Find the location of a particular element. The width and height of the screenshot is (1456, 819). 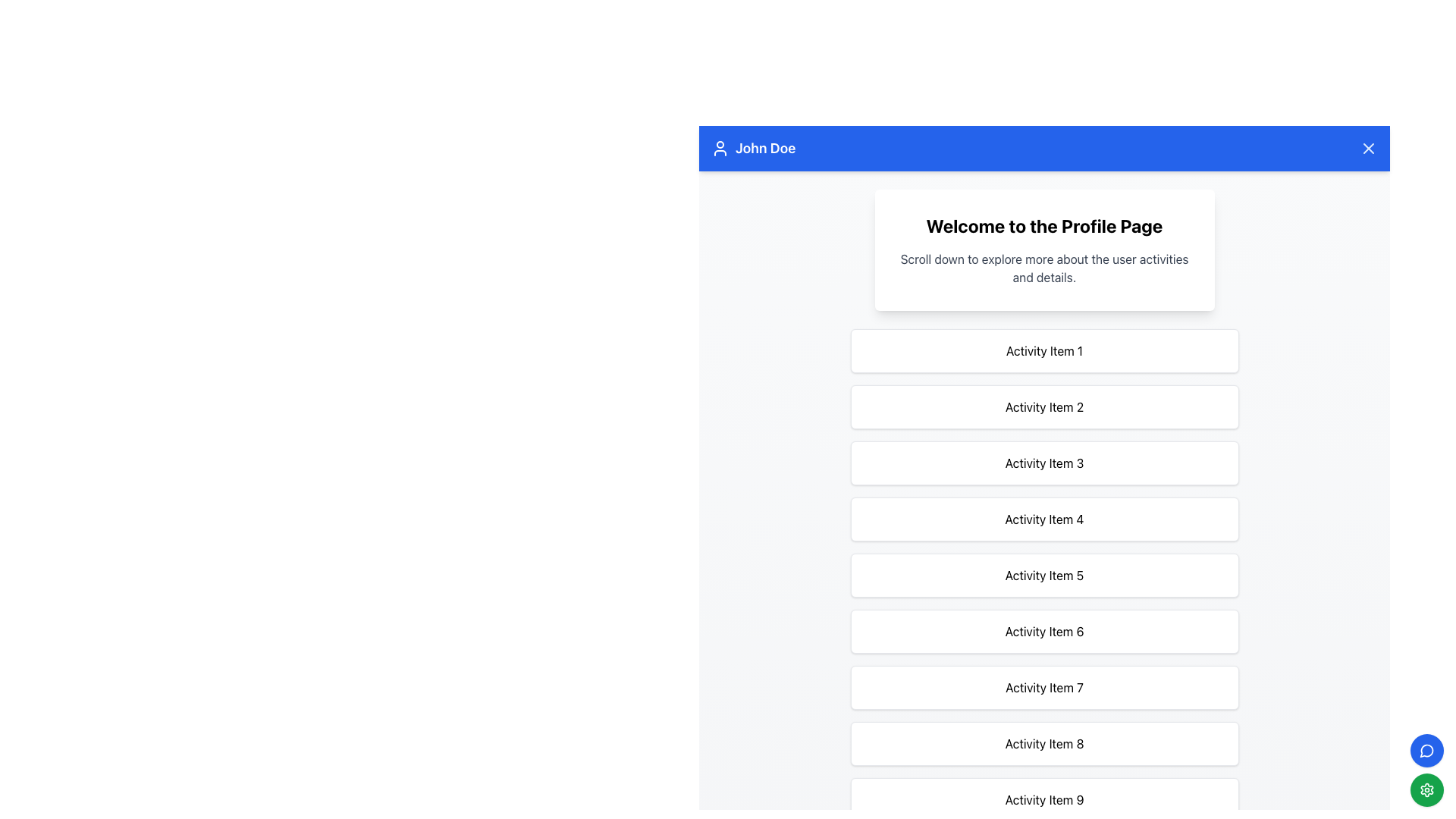

the green circular icon with a white gear symbol located in the bottom-right corner is located at coordinates (1426, 789).